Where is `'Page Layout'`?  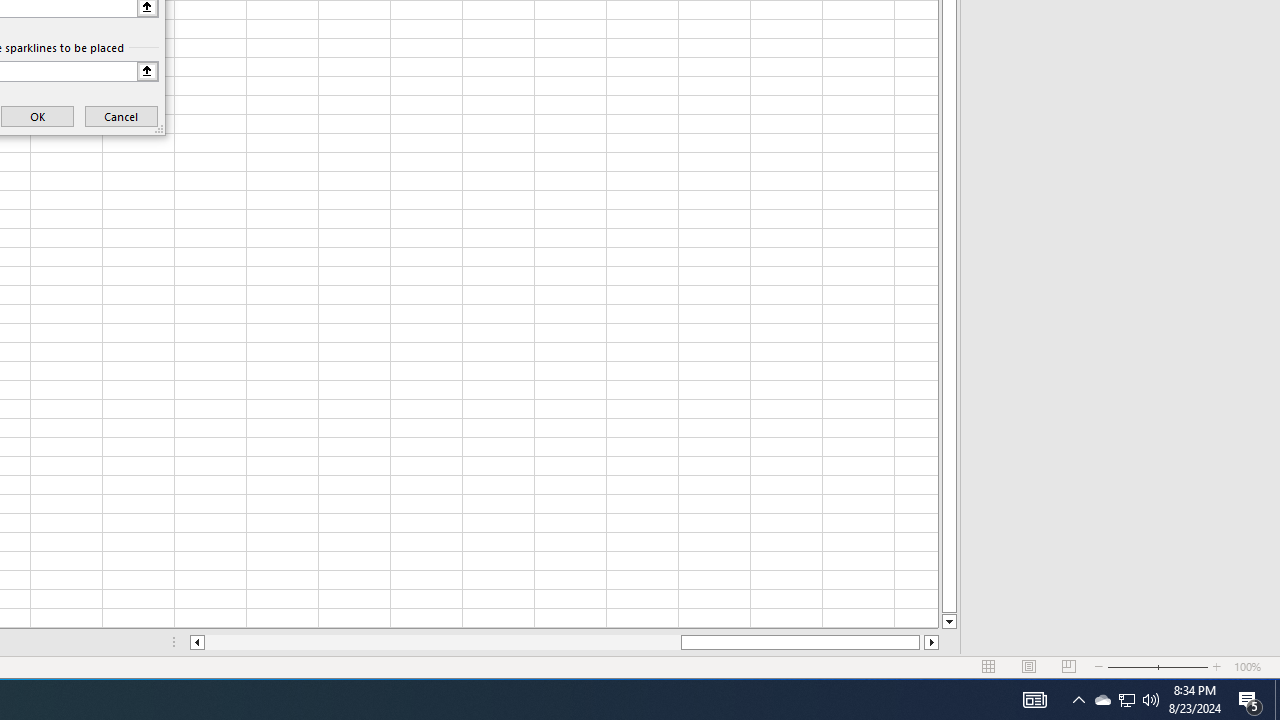 'Page Layout' is located at coordinates (1029, 667).